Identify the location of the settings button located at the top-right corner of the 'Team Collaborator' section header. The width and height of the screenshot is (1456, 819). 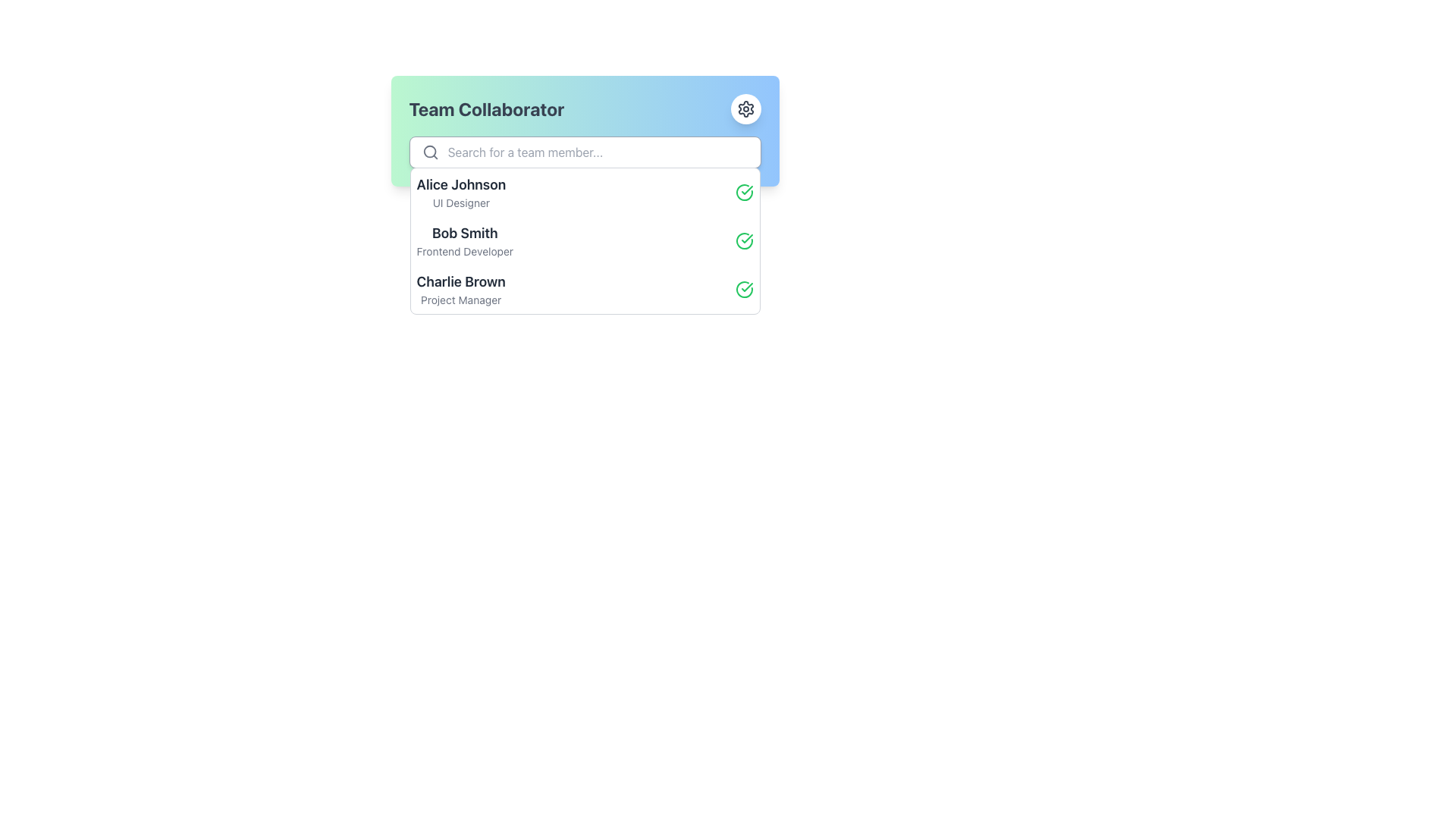
(745, 108).